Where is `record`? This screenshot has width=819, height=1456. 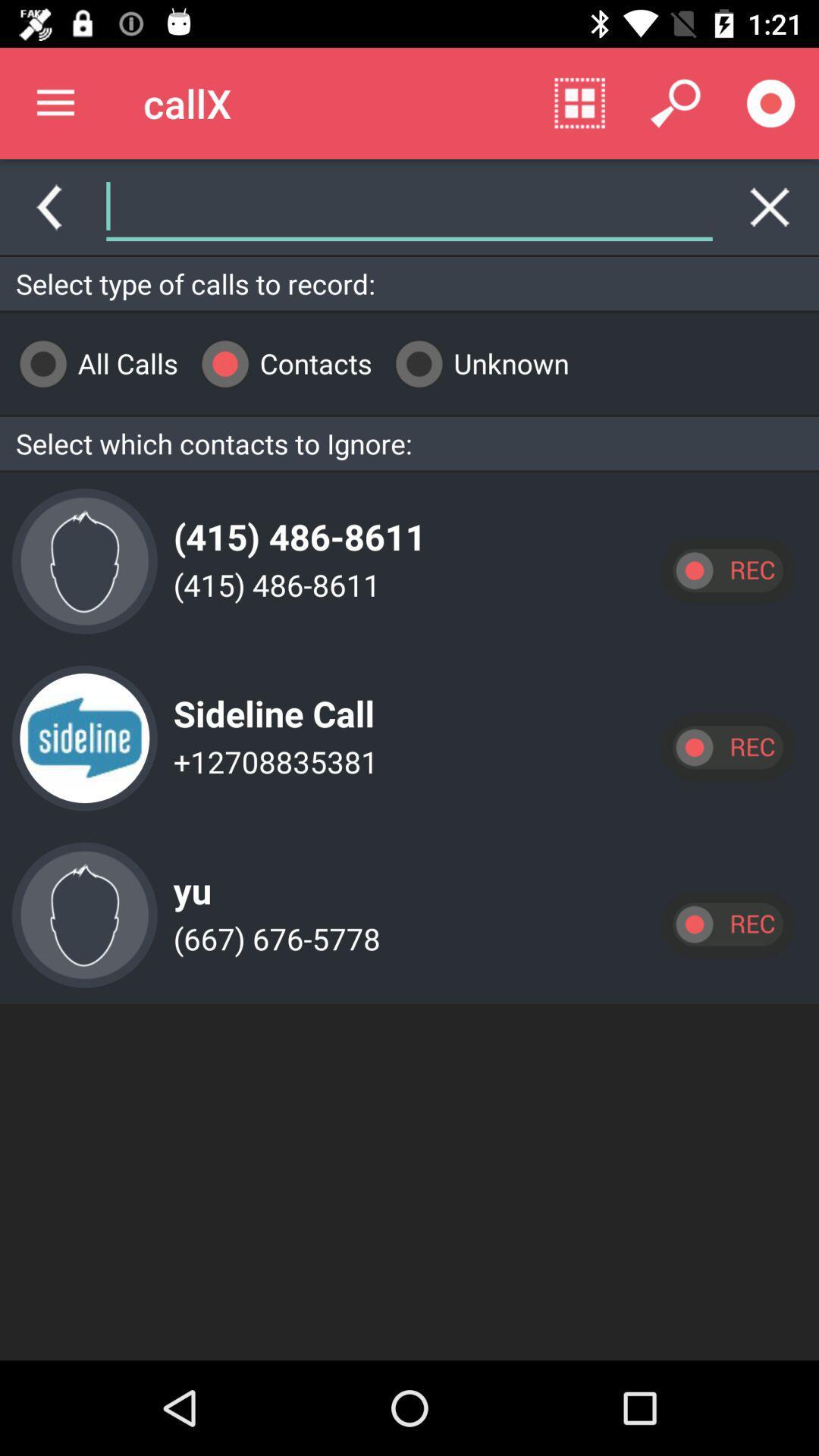
record is located at coordinates (726, 747).